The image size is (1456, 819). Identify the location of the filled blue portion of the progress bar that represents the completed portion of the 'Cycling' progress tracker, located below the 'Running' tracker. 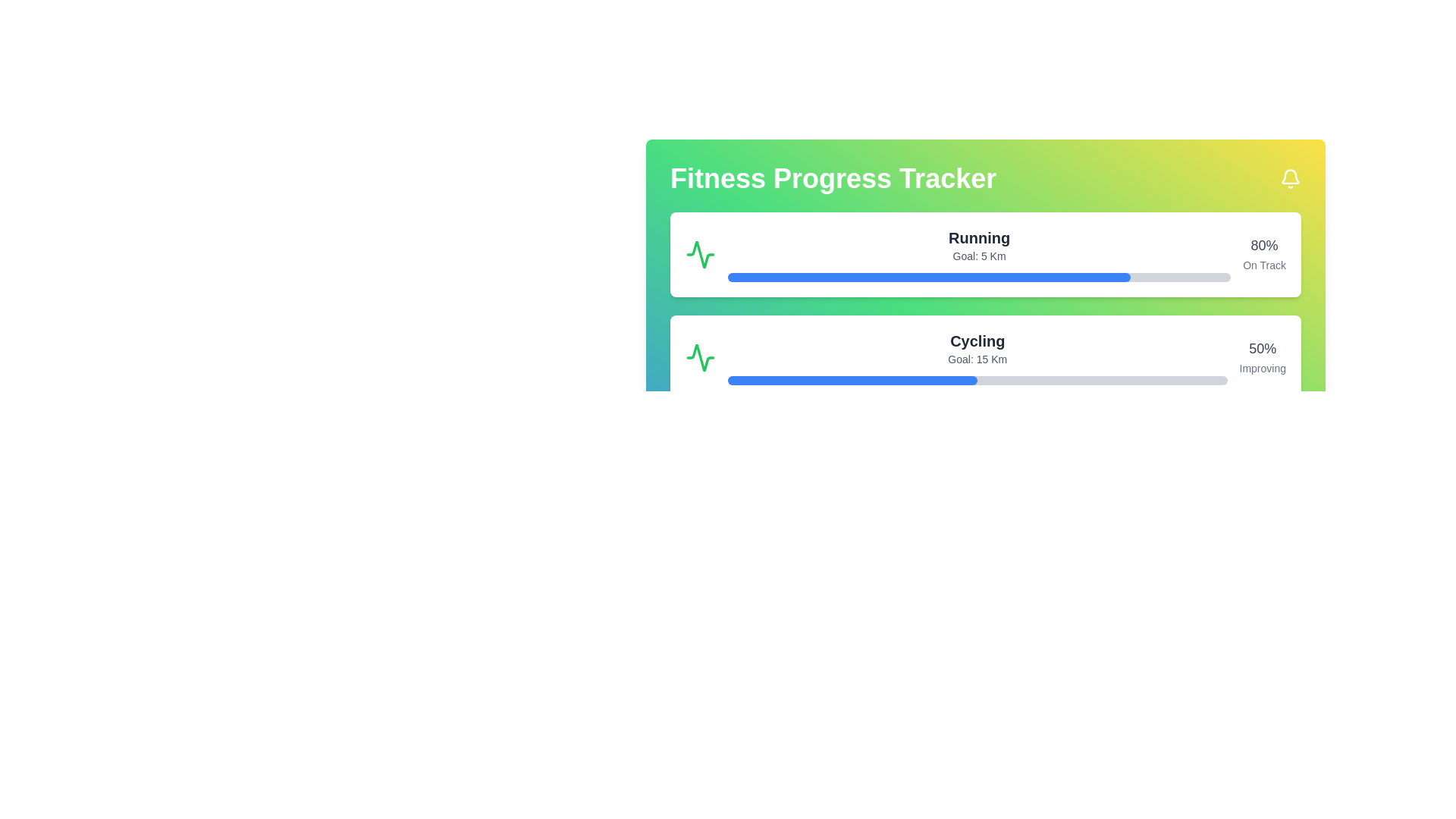
(852, 379).